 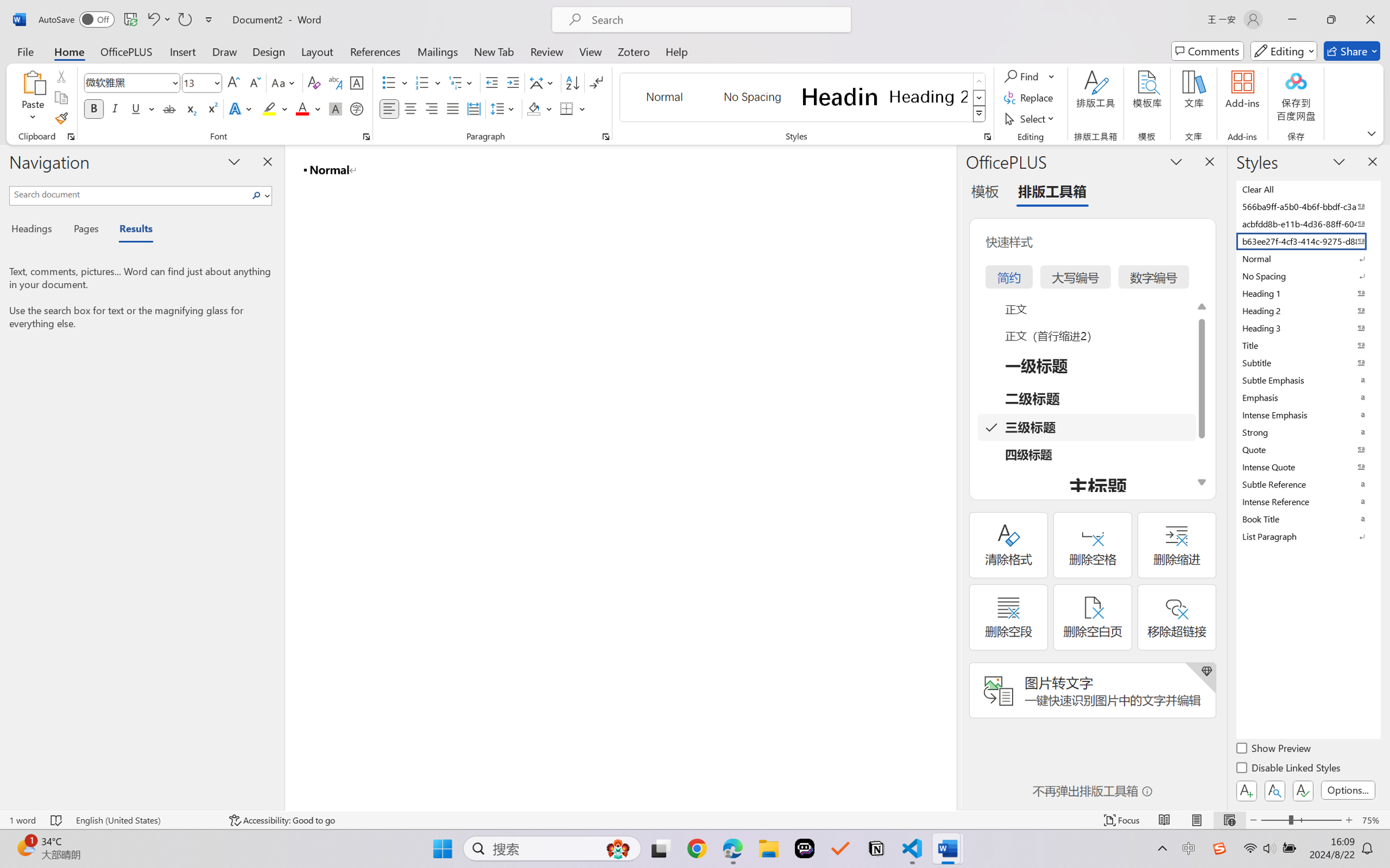 I want to click on 'Intense Quote', so click(x=1307, y=467).